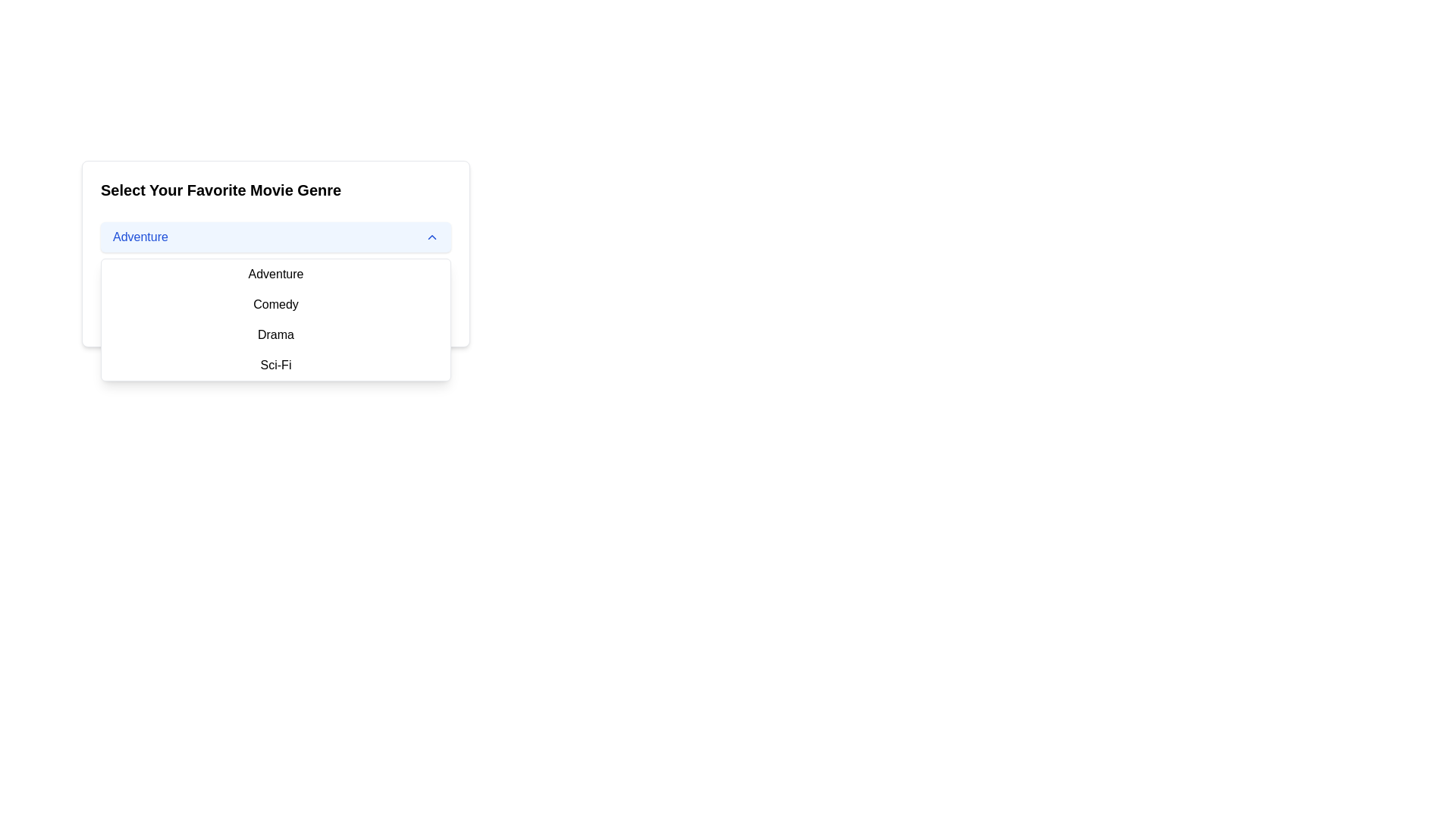  I want to click on the 'Adventure' option in the dropdown menu, so click(276, 275).